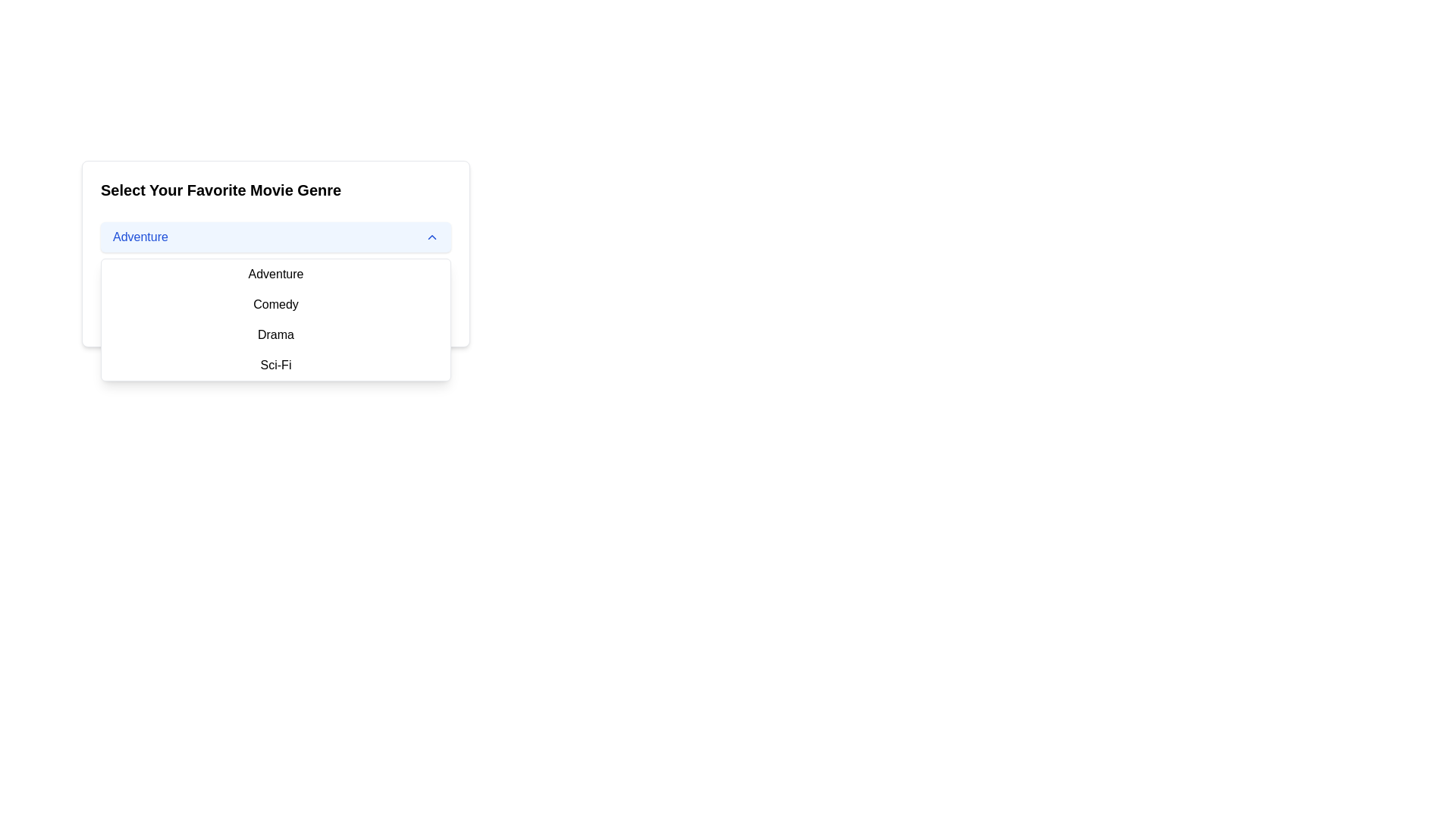  I want to click on the 'Adventure' option in the dropdown menu, so click(276, 275).